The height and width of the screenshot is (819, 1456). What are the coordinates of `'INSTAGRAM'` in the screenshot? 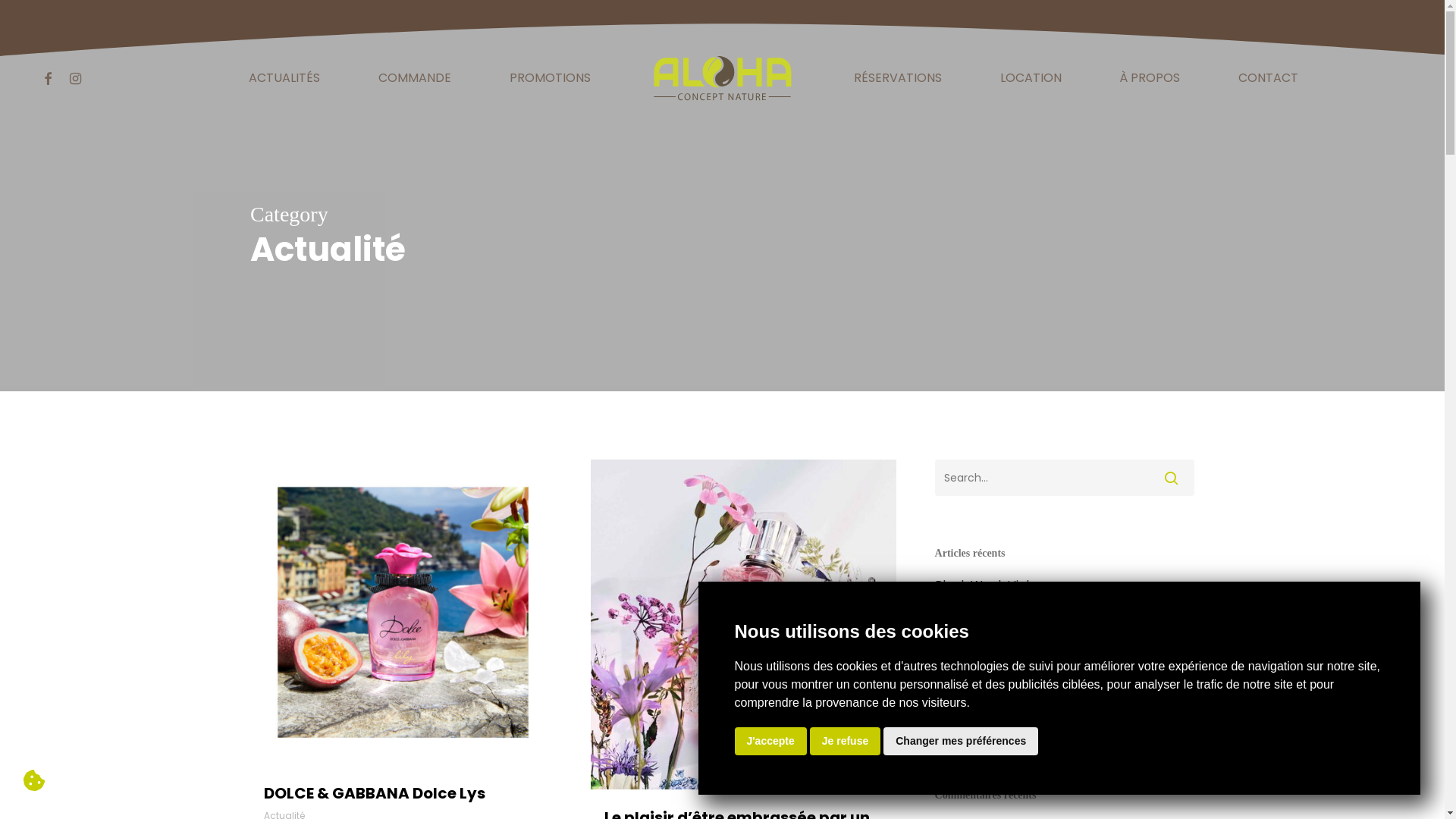 It's located at (74, 78).